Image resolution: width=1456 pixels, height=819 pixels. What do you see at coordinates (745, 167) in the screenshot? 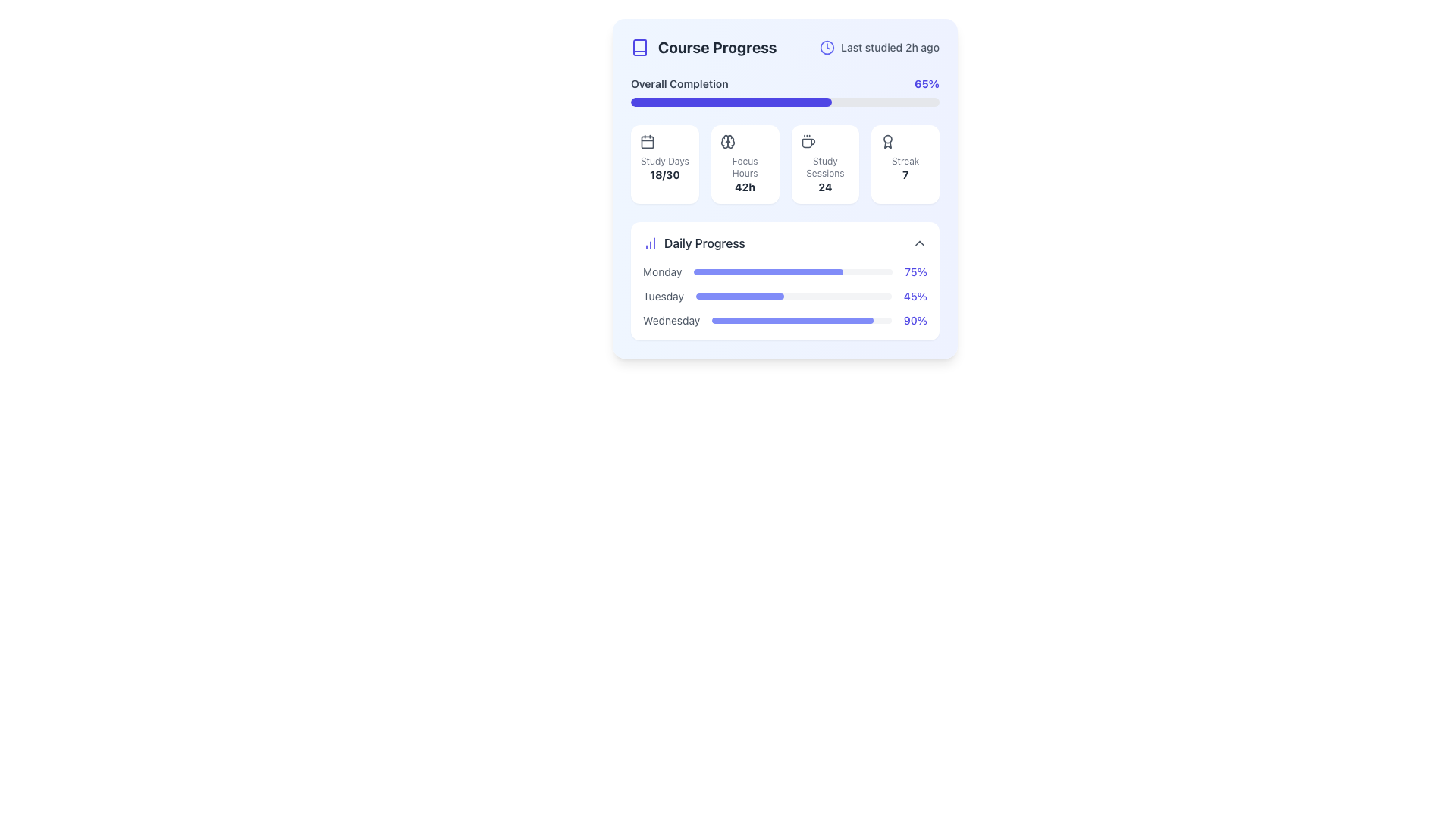
I see `the 'Focus Hours' label that describes the information regarding focused hours spent, positioned above '42h' in the Course Progress dashboard` at bounding box center [745, 167].